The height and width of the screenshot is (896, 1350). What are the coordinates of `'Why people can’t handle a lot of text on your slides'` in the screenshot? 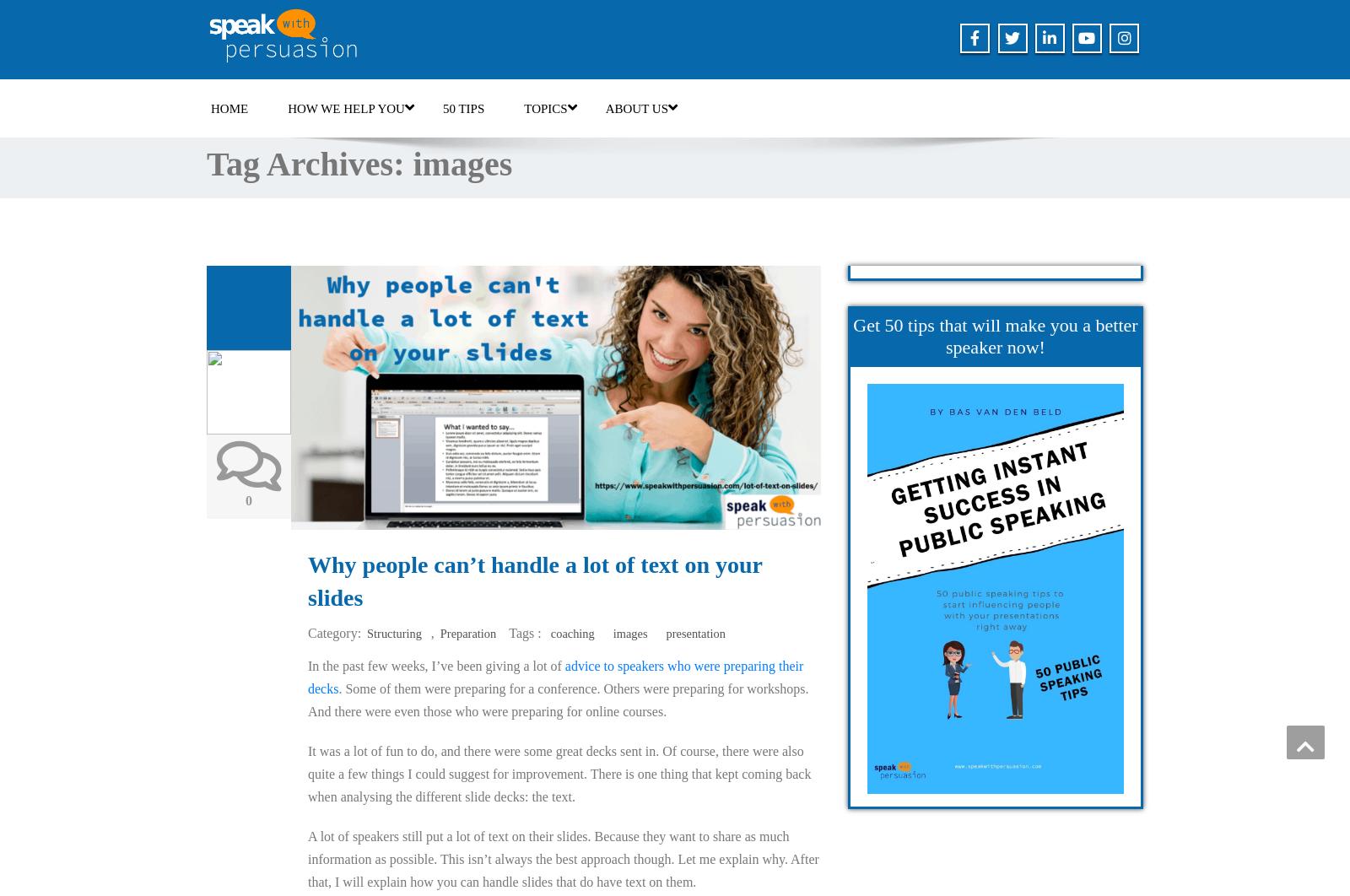 It's located at (534, 581).